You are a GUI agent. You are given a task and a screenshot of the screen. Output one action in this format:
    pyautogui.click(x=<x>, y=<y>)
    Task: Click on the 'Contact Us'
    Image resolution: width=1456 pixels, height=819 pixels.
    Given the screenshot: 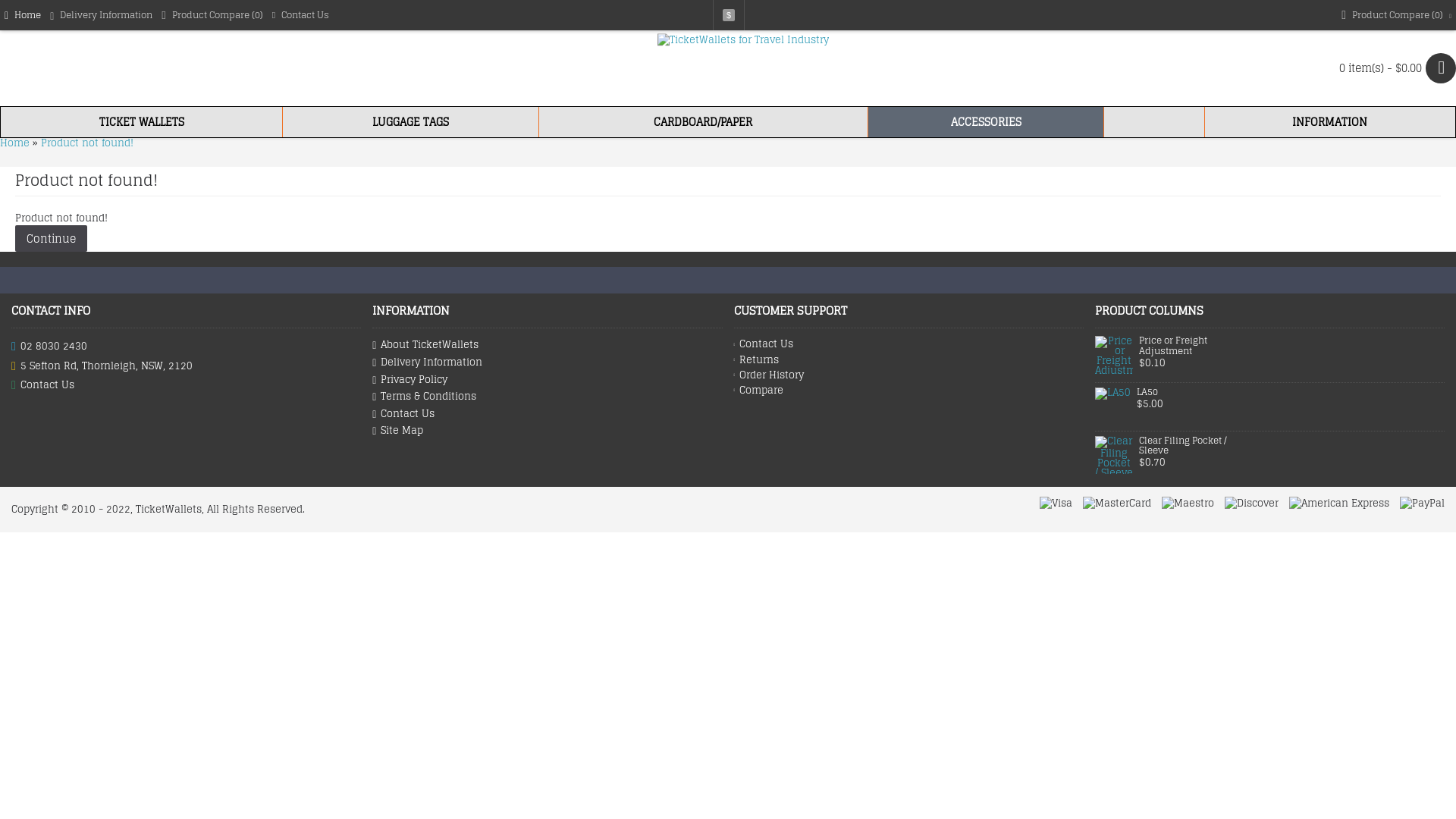 What is the action you would take?
    pyautogui.click(x=185, y=384)
    